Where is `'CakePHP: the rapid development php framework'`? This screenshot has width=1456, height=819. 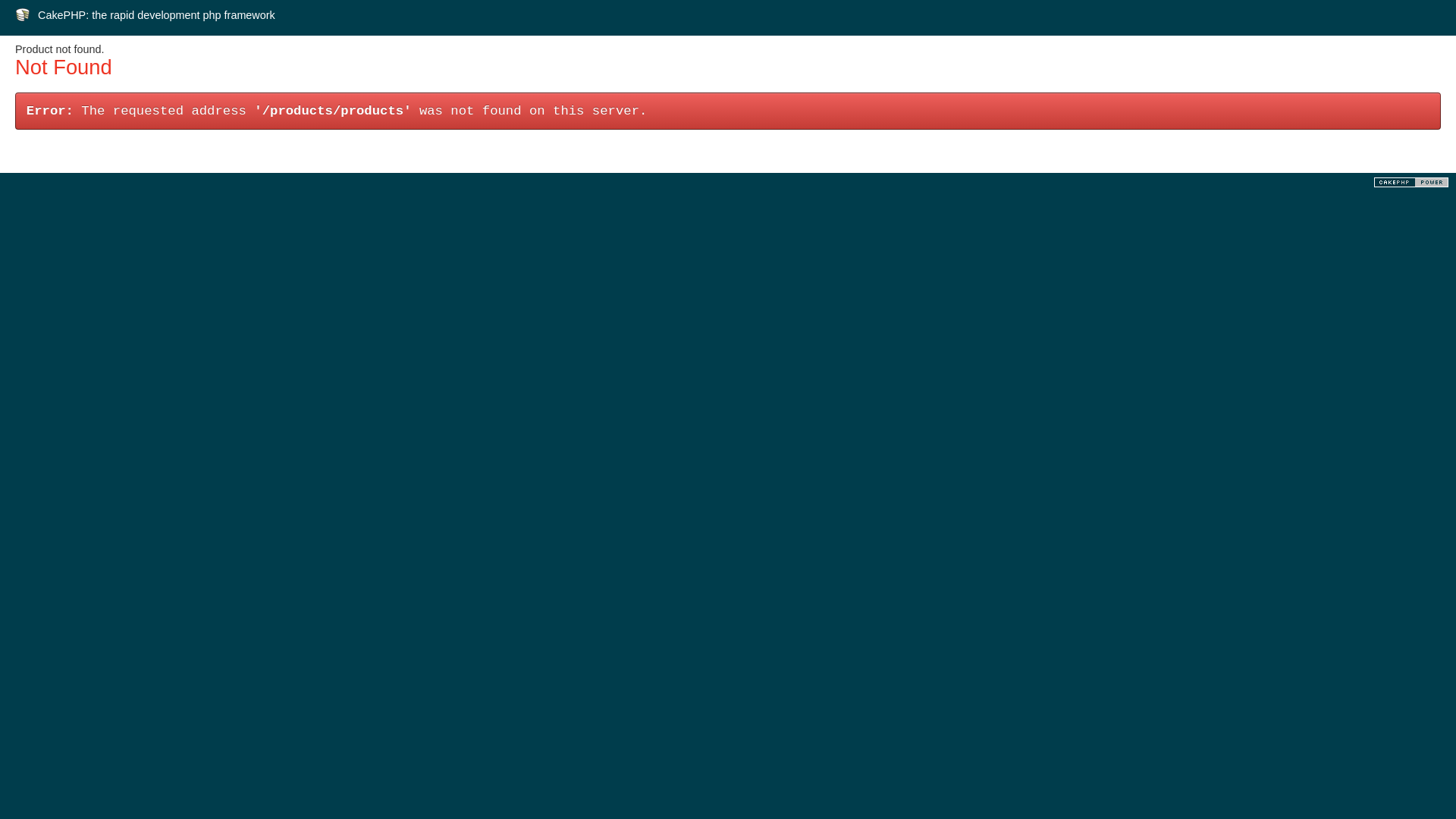
'CakePHP: the rapid development php framework' is located at coordinates (156, 14).